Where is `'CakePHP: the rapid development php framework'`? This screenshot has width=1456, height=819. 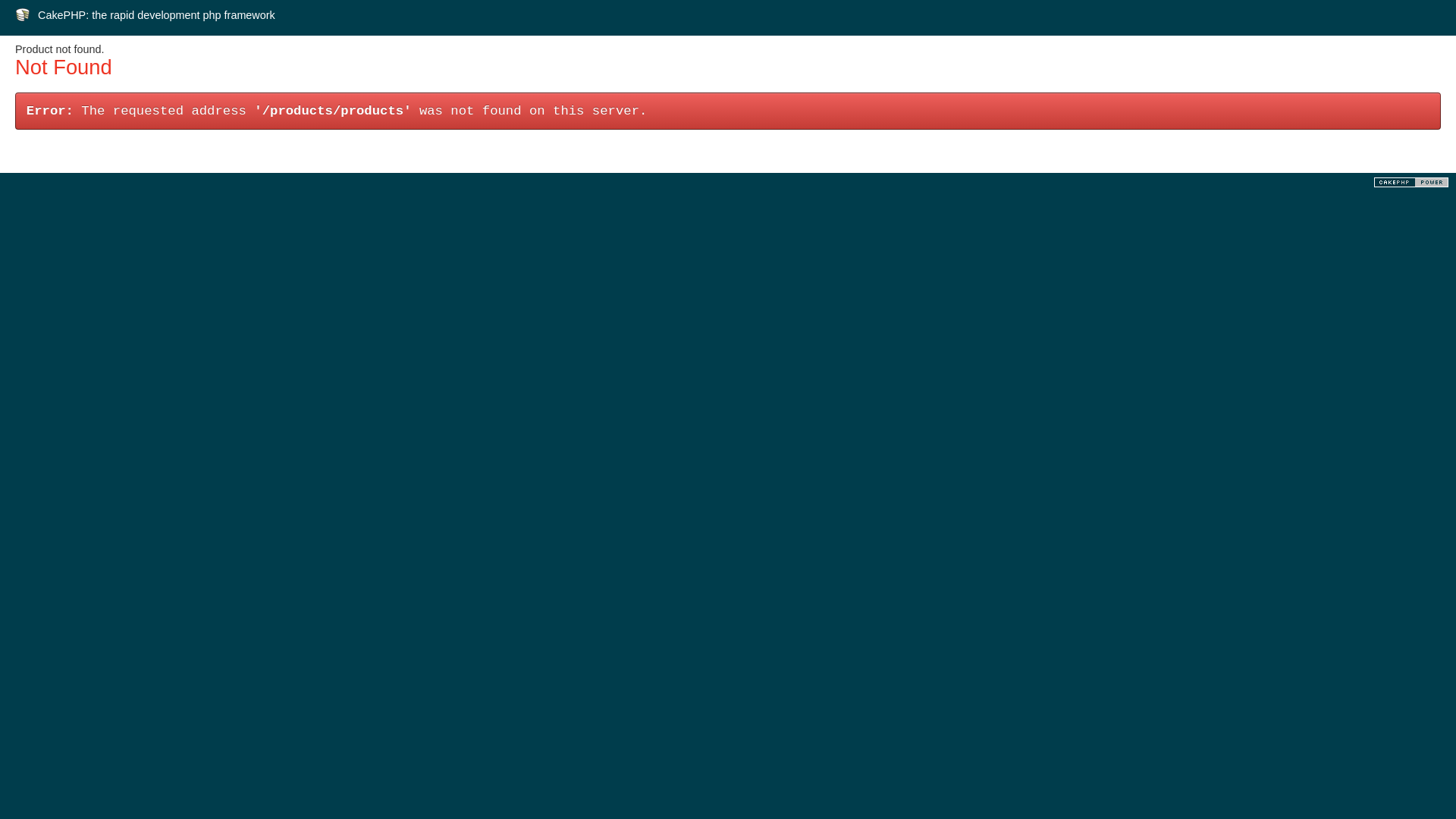
'CakePHP: the rapid development php framework' is located at coordinates (156, 14).